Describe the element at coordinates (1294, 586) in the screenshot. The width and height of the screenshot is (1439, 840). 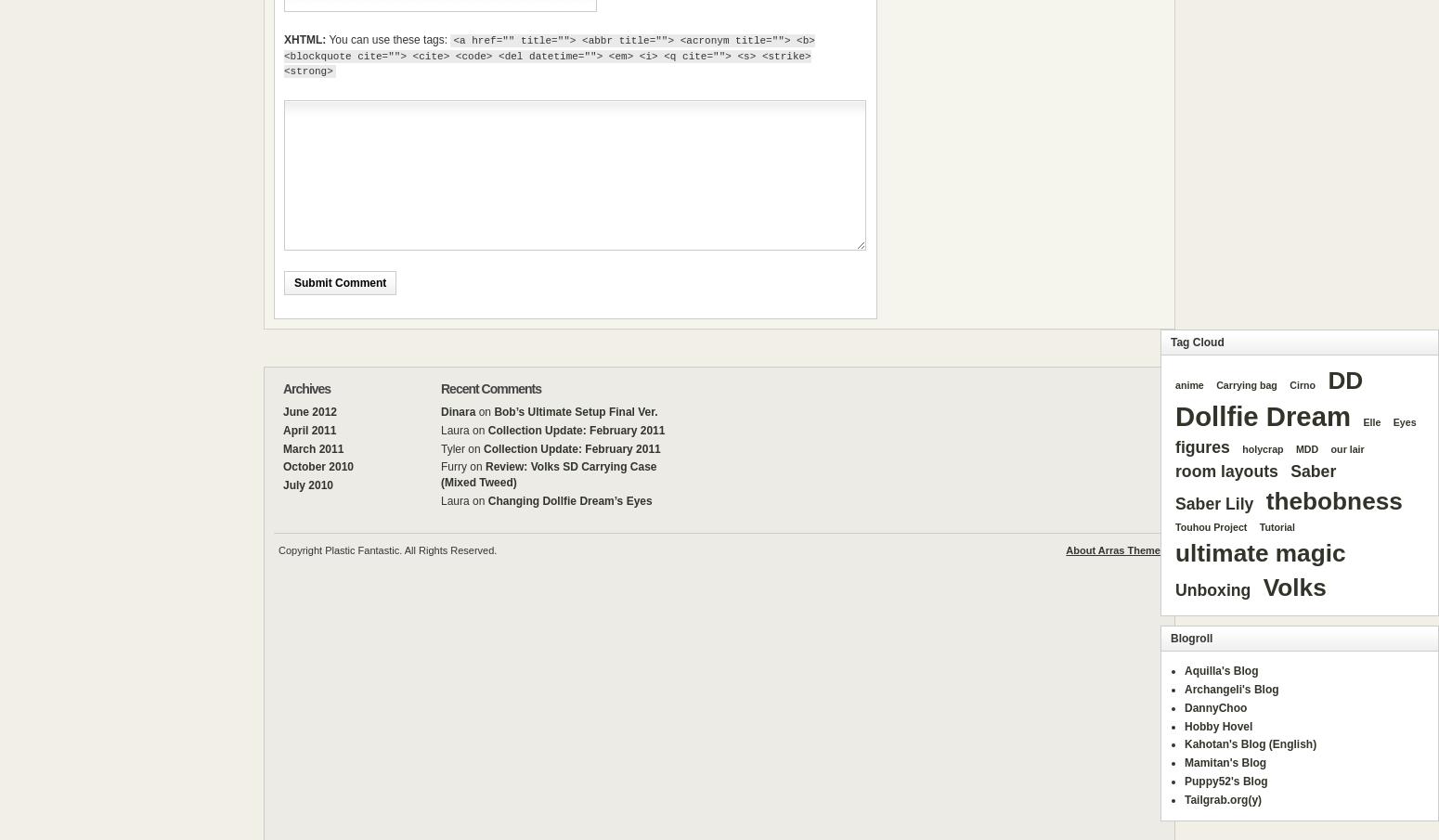
I see `'Volks'` at that location.